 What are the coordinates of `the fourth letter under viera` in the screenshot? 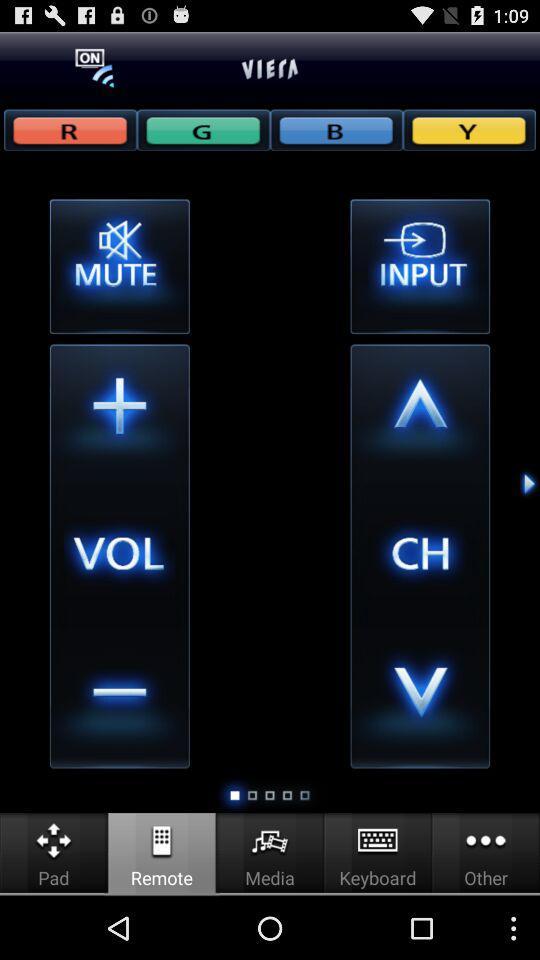 It's located at (469, 128).